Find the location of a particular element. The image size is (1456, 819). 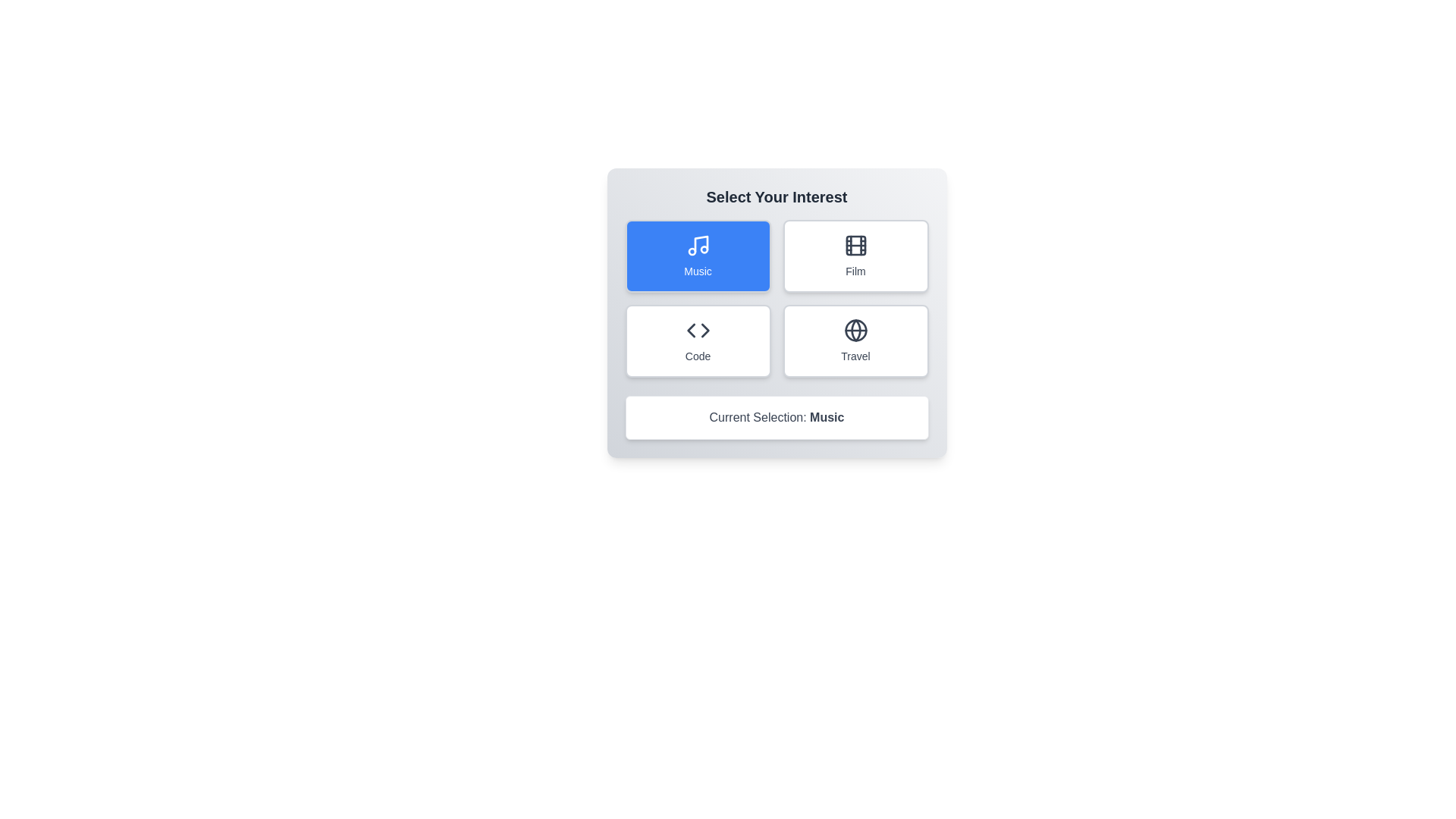

the option Travel from the grid is located at coordinates (855, 341).